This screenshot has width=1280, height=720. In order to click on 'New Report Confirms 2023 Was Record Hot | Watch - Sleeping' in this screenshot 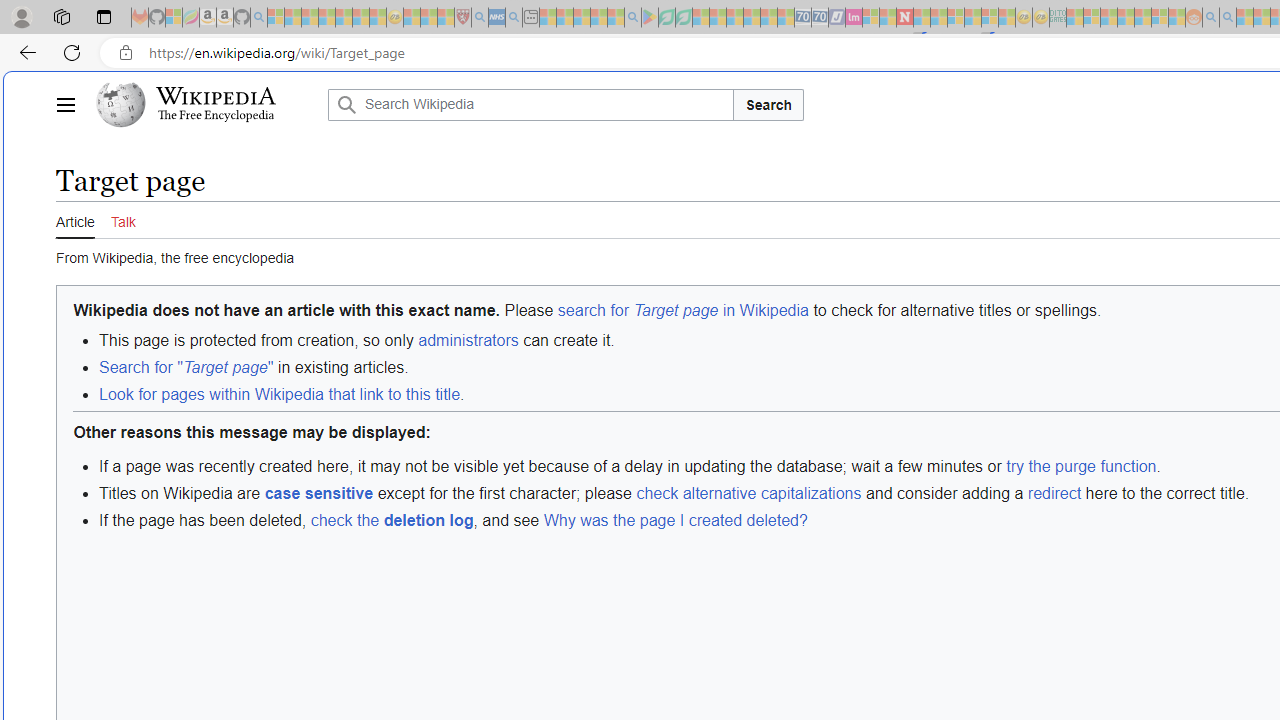, I will do `click(343, 17)`.